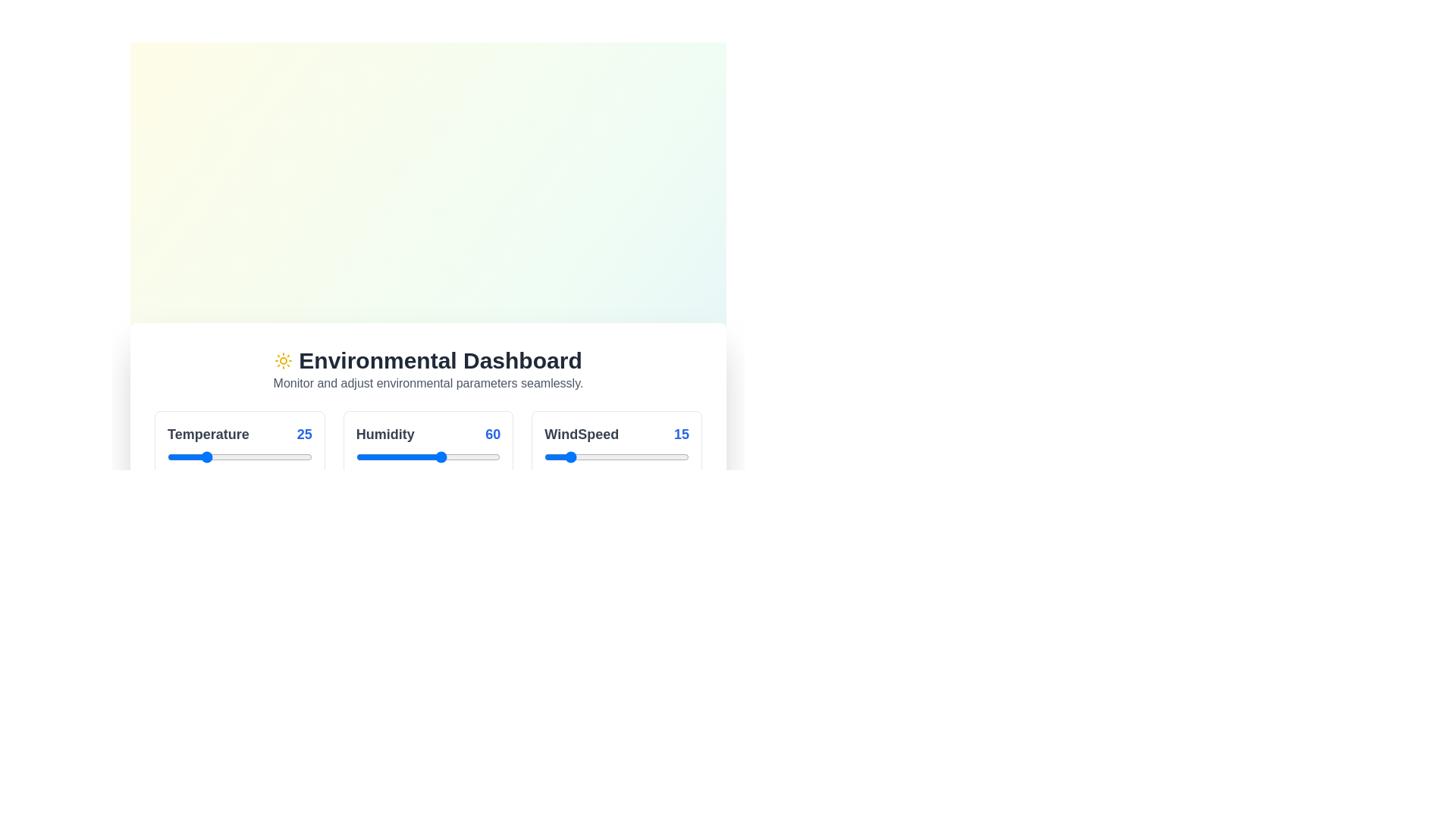 This screenshot has height=819, width=1456. Describe the element at coordinates (493, 434) in the screenshot. I see `the text label displaying the number '60' in blue color, which is positioned to the right of the 'Humidity' label within the environmental dashboard interface` at that location.